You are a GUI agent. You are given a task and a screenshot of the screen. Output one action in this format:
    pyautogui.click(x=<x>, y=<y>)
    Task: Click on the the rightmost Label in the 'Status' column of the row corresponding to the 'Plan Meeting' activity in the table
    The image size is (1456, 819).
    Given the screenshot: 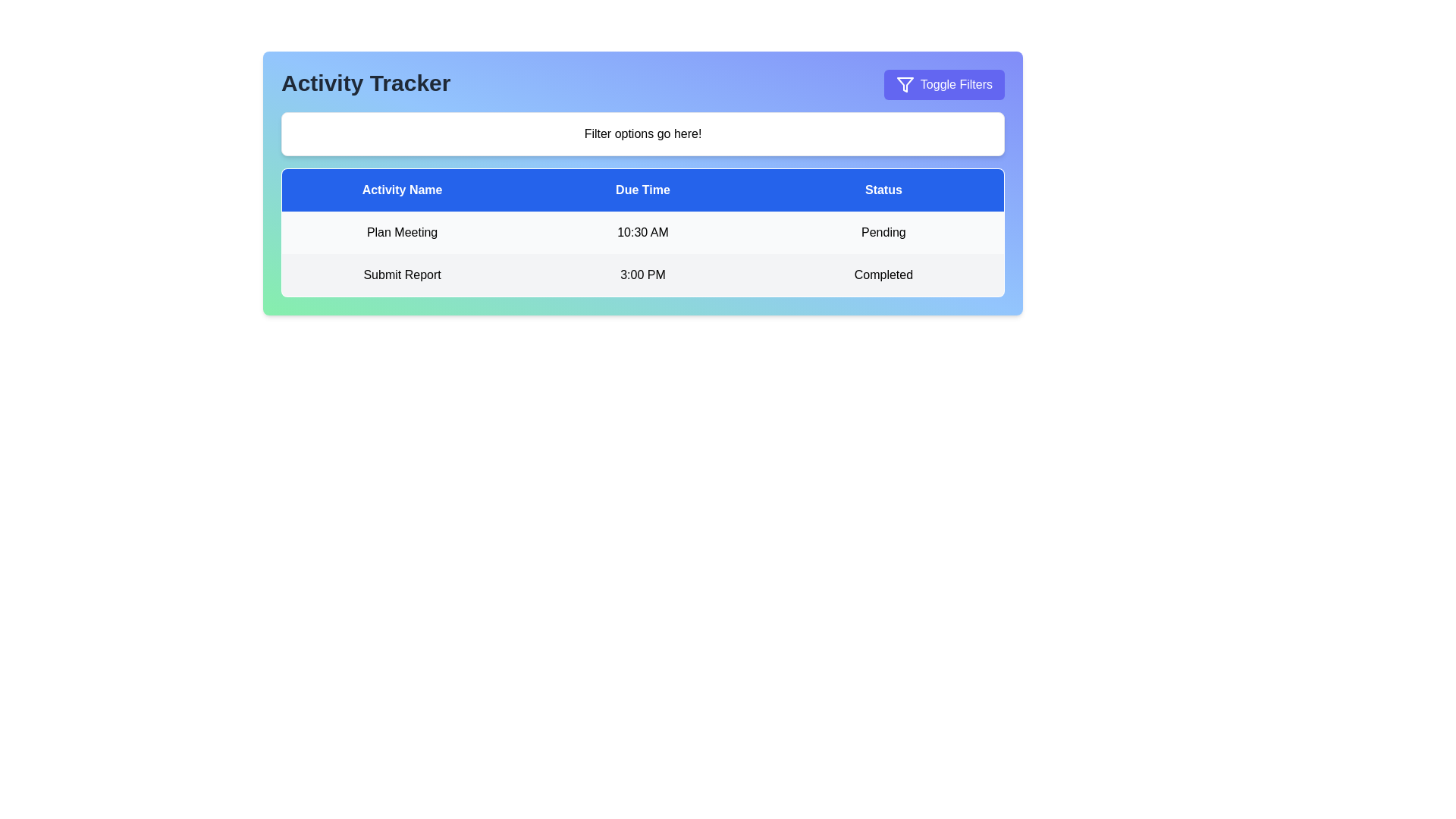 What is the action you would take?
    pyautogui.click(x=883, y=233)
    